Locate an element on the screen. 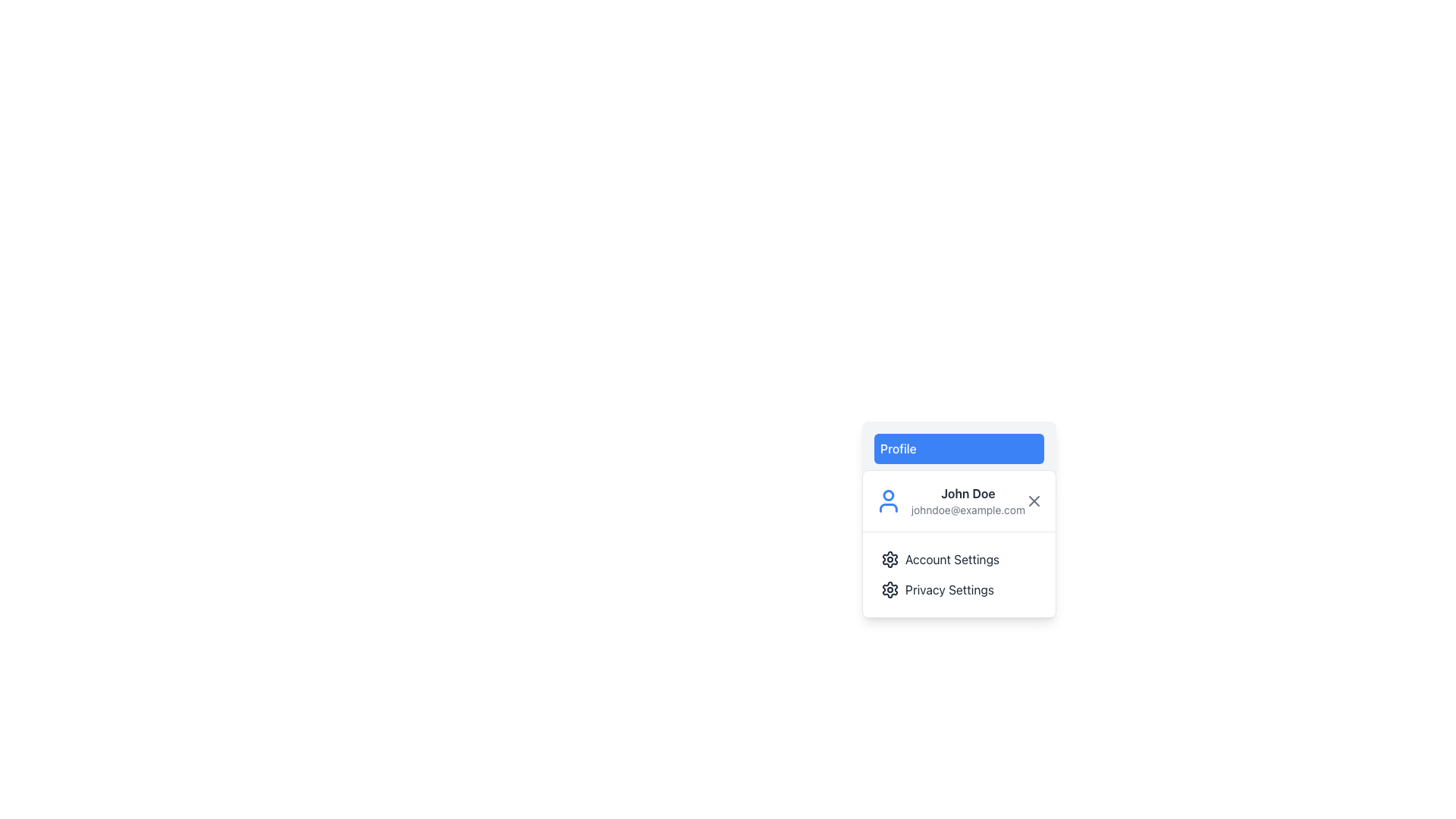 This screenshot has width=1456, height=819. the 'Account Settings' button, which is the first menu item in the dropdown is located at coordinates (959, 559).